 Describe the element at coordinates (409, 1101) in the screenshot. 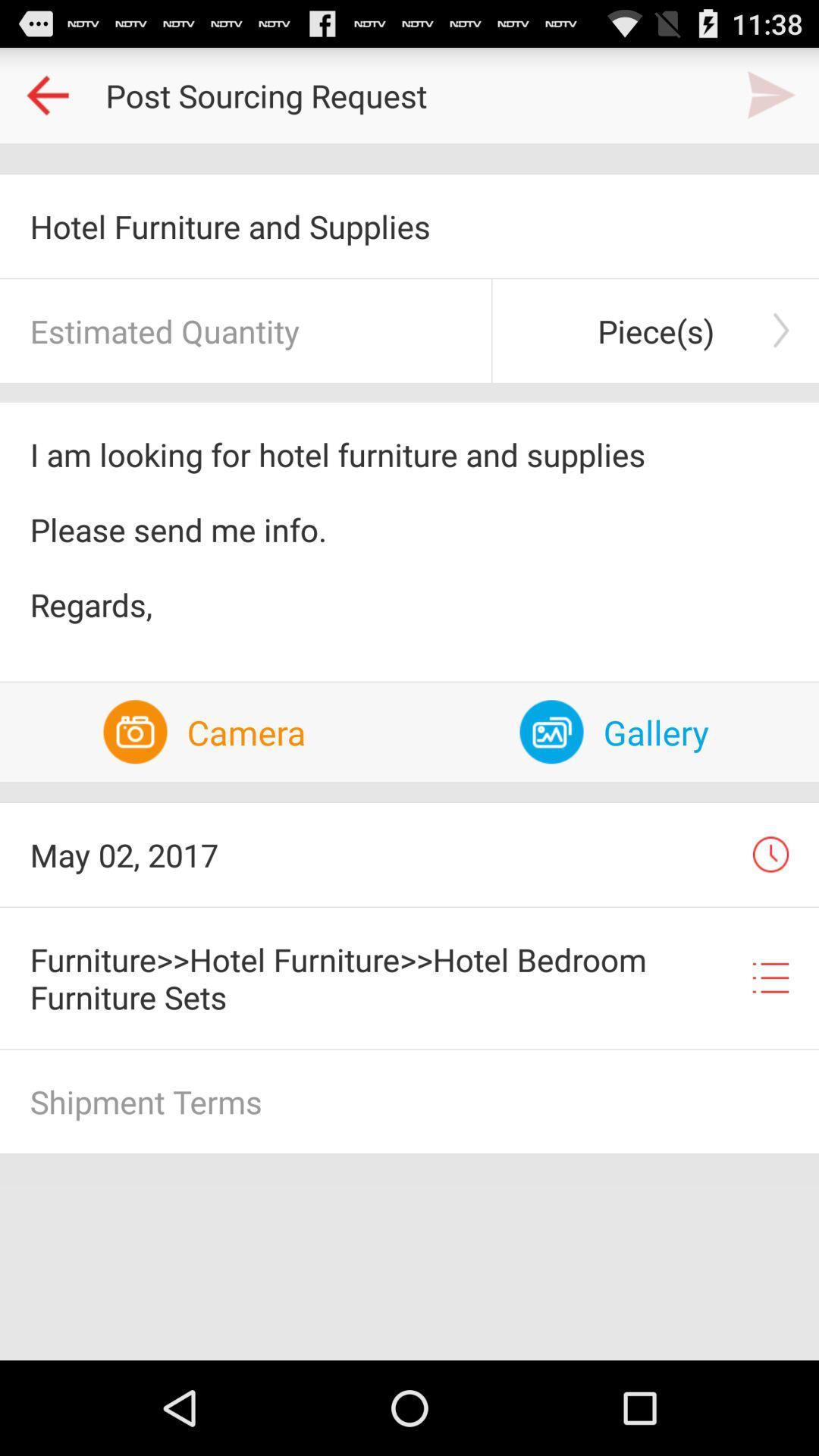

I see `see shipment terns` at that location.